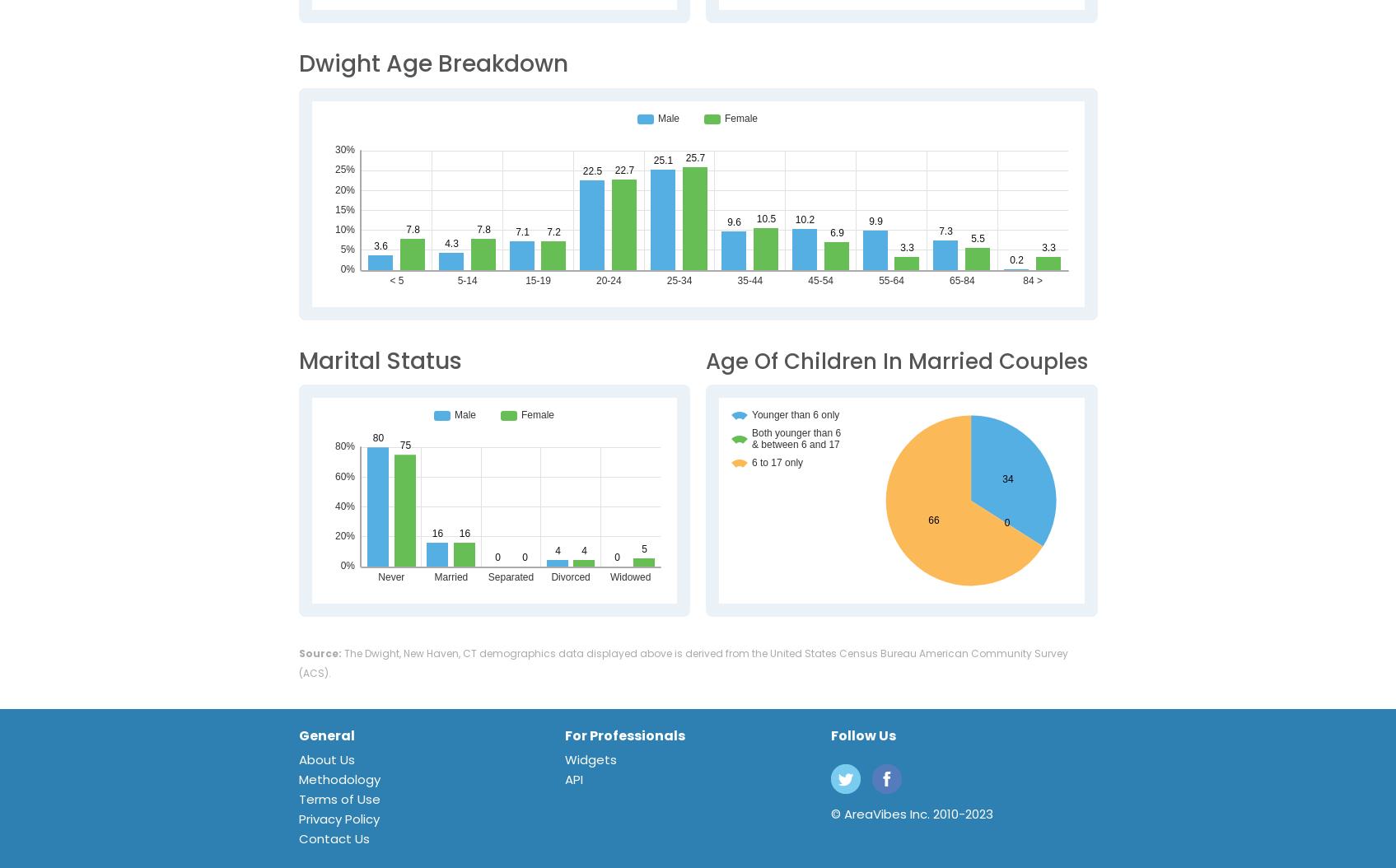  What do you see at coordinates (432, 63) in the screenshot?
I see `'Dwight age breakdown'` at bounding box center [432, 63].